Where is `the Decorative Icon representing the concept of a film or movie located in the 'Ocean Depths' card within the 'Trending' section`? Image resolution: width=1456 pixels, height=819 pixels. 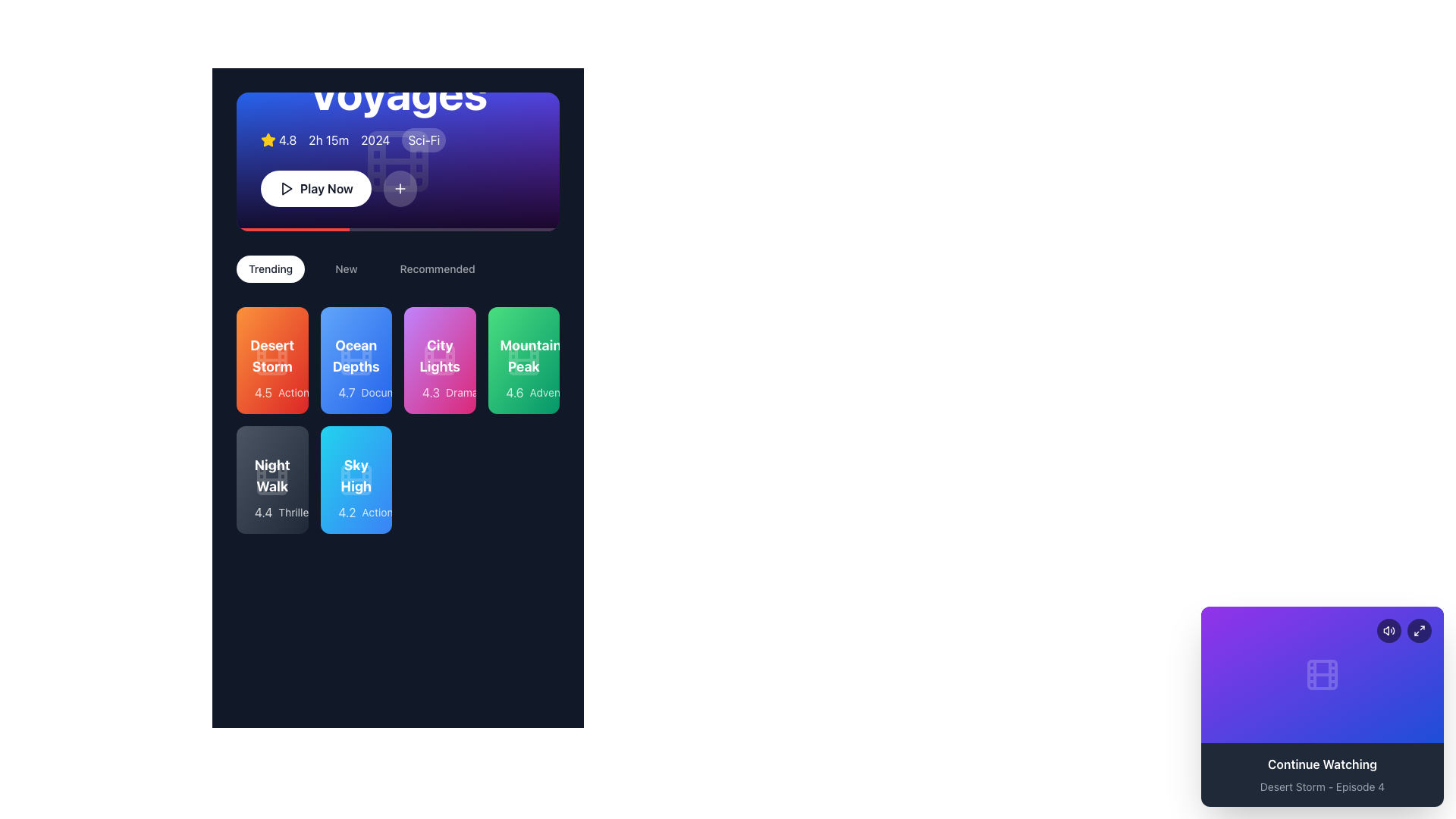 the Decorative Icon representing the concept of a film or movie located in the 'Ocean Depths' card within the 'Trending' section is located at coordinates (355, 360).